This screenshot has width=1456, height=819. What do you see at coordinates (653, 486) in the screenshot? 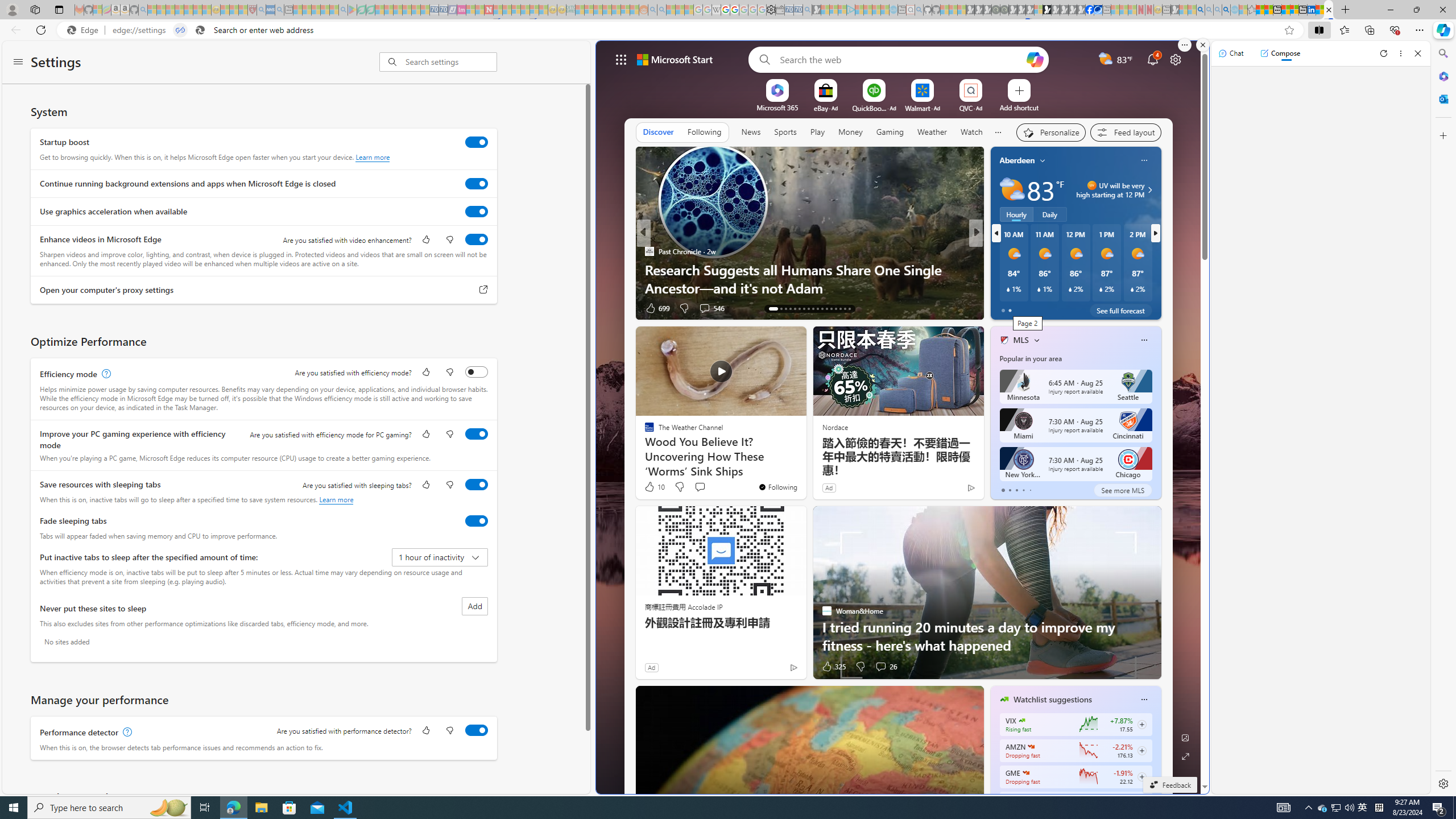
I see `'10 Like'` at bounding box center [653, 486].